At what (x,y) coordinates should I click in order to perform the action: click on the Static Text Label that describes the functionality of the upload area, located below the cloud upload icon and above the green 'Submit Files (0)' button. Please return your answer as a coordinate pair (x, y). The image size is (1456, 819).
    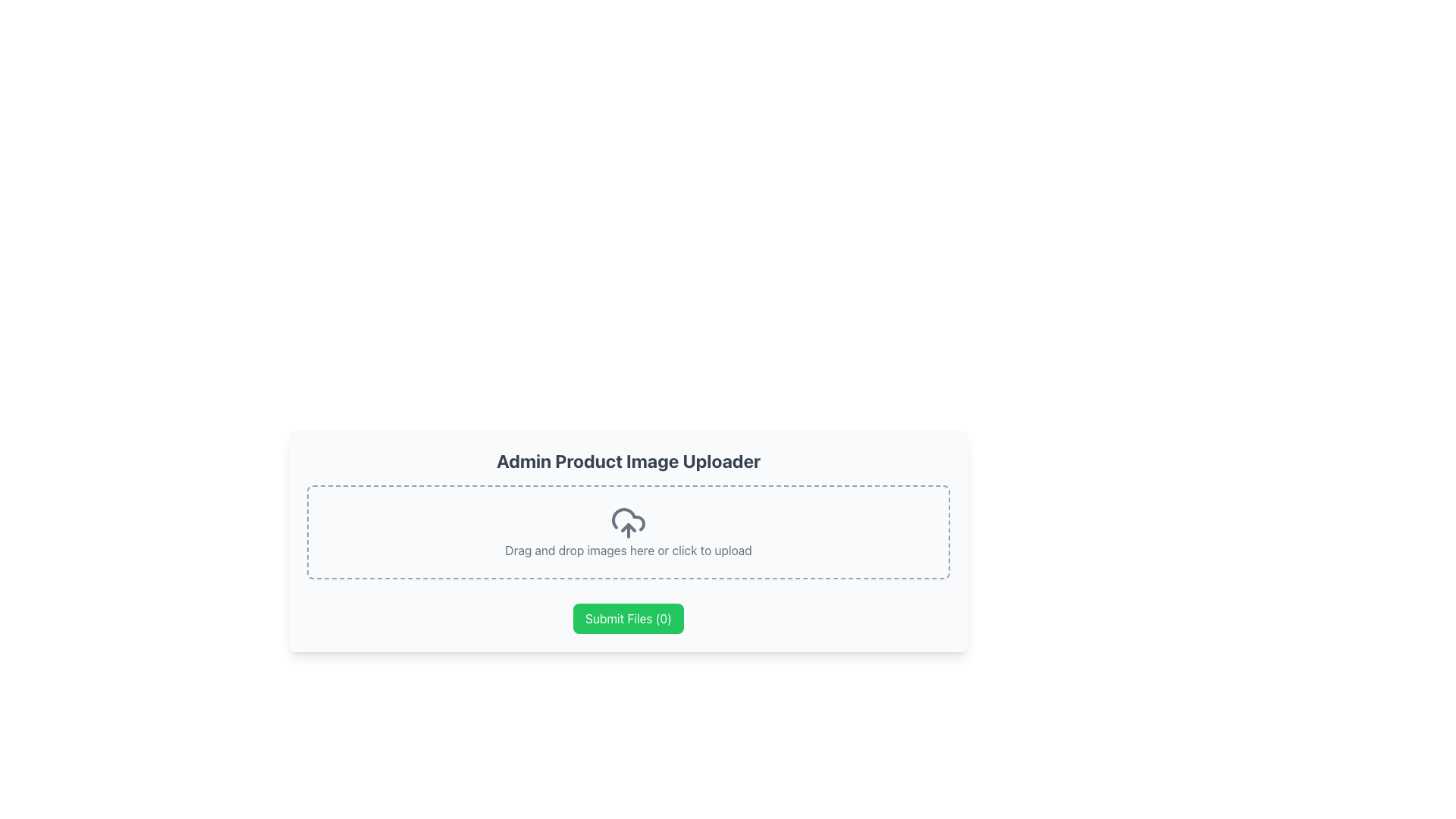
    Looking at the image, I should click on (629, 550).